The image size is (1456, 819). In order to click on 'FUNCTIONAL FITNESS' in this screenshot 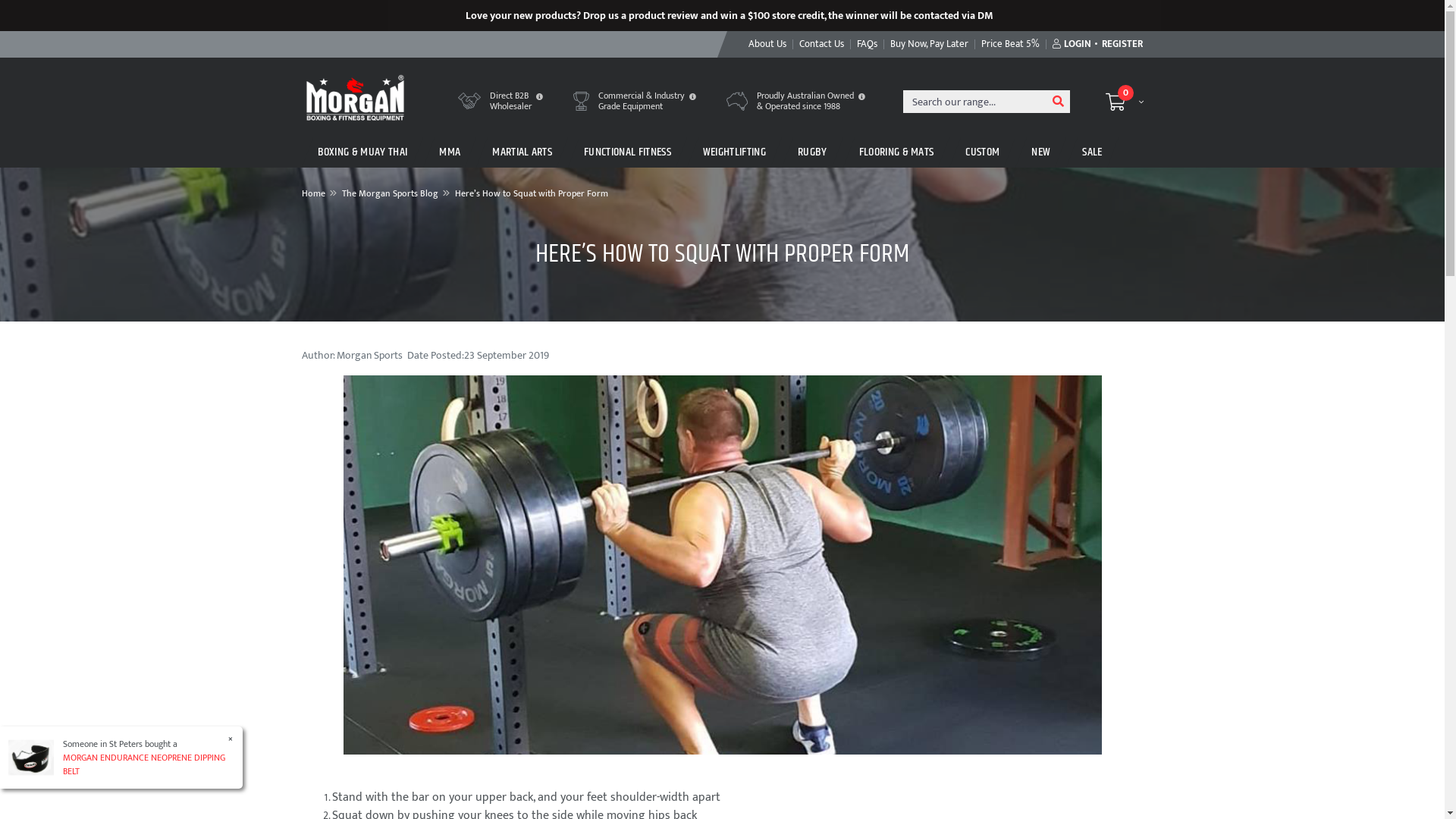, I will do `click(627, 152)`.